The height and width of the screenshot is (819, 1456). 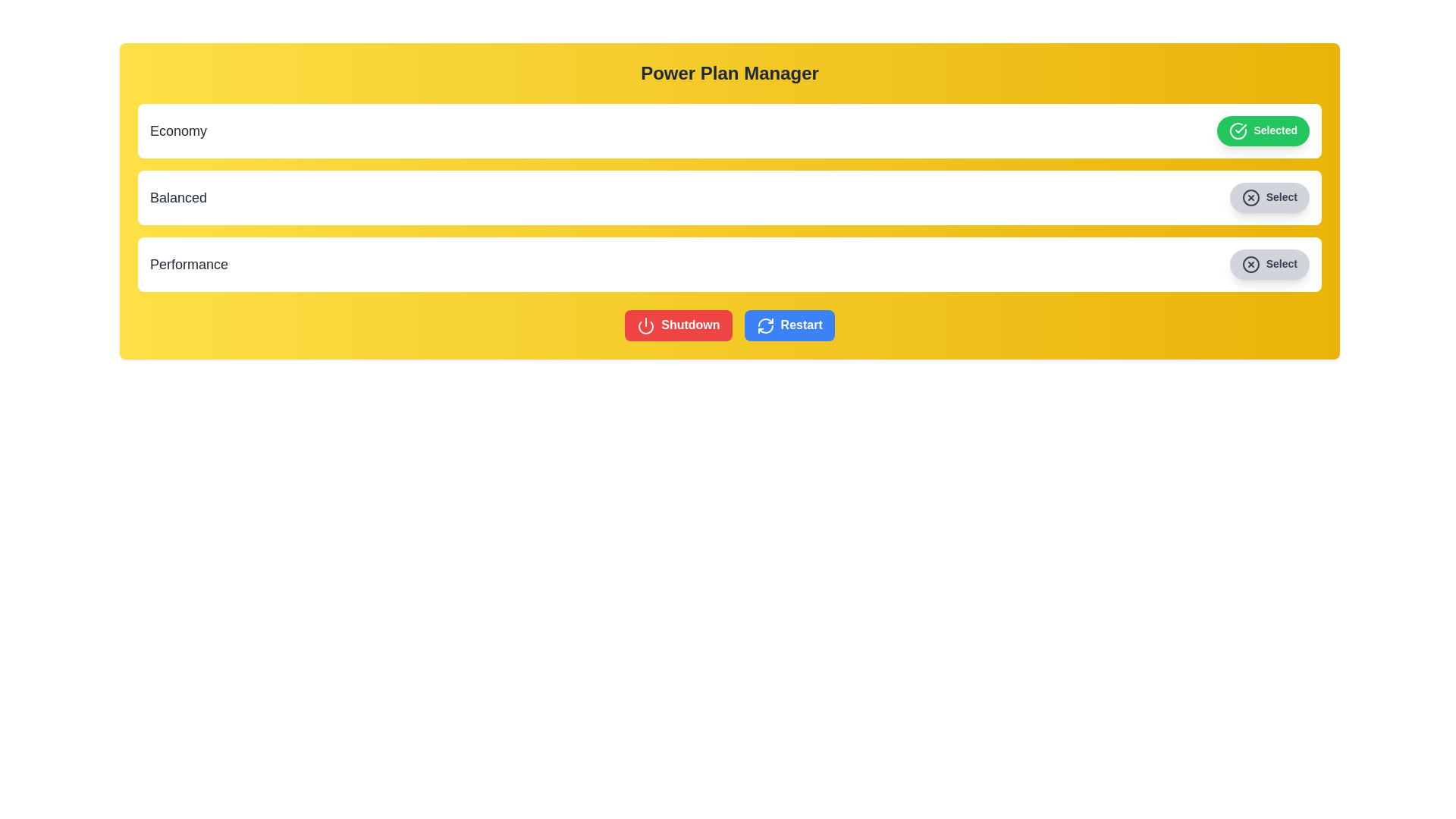 I want to click on the power plan Economy by clicking the corresponding button, so click(x=1263, y=130).